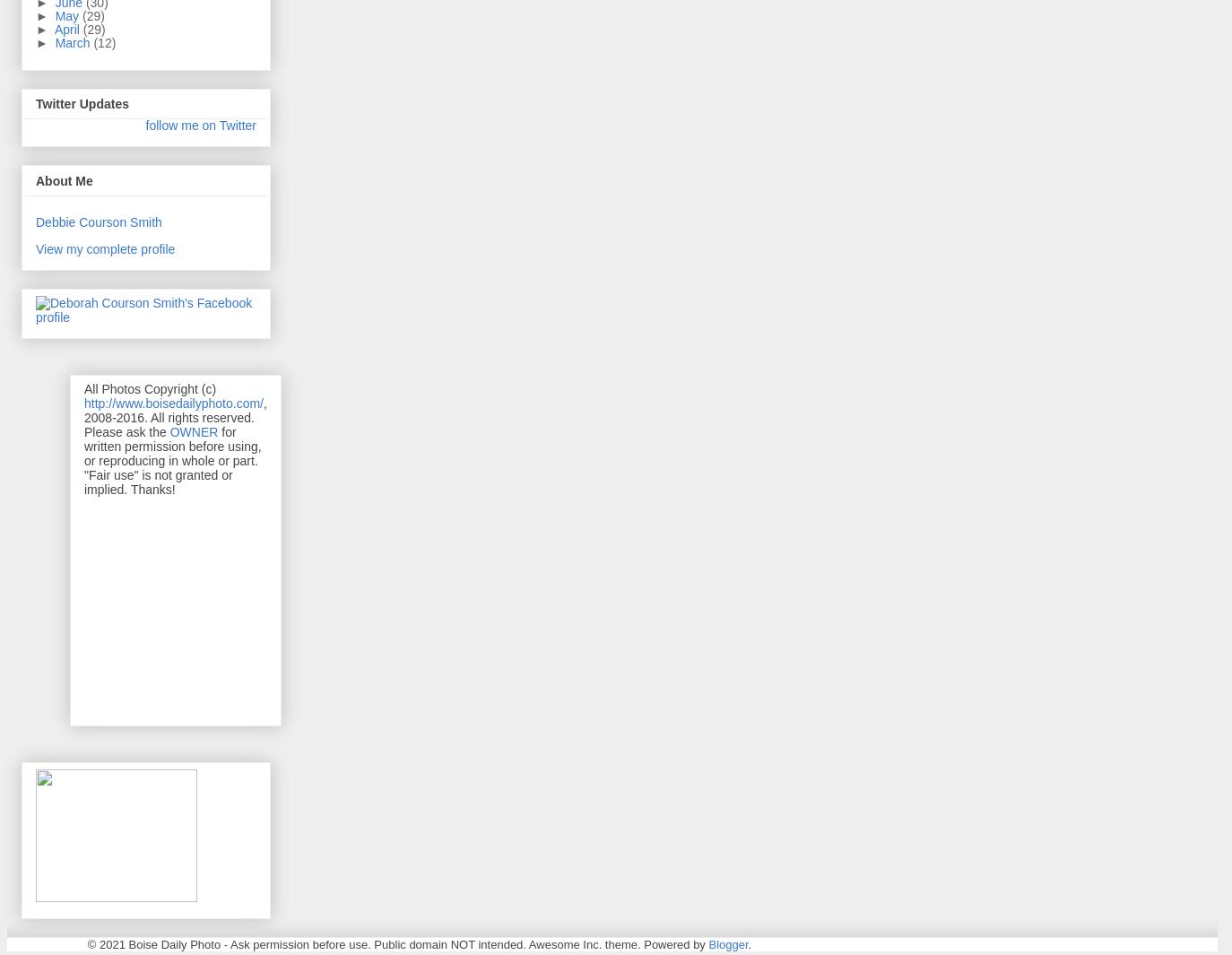 The image size is (1232, 955). I want to click on 'About Me', so click(63, 178).